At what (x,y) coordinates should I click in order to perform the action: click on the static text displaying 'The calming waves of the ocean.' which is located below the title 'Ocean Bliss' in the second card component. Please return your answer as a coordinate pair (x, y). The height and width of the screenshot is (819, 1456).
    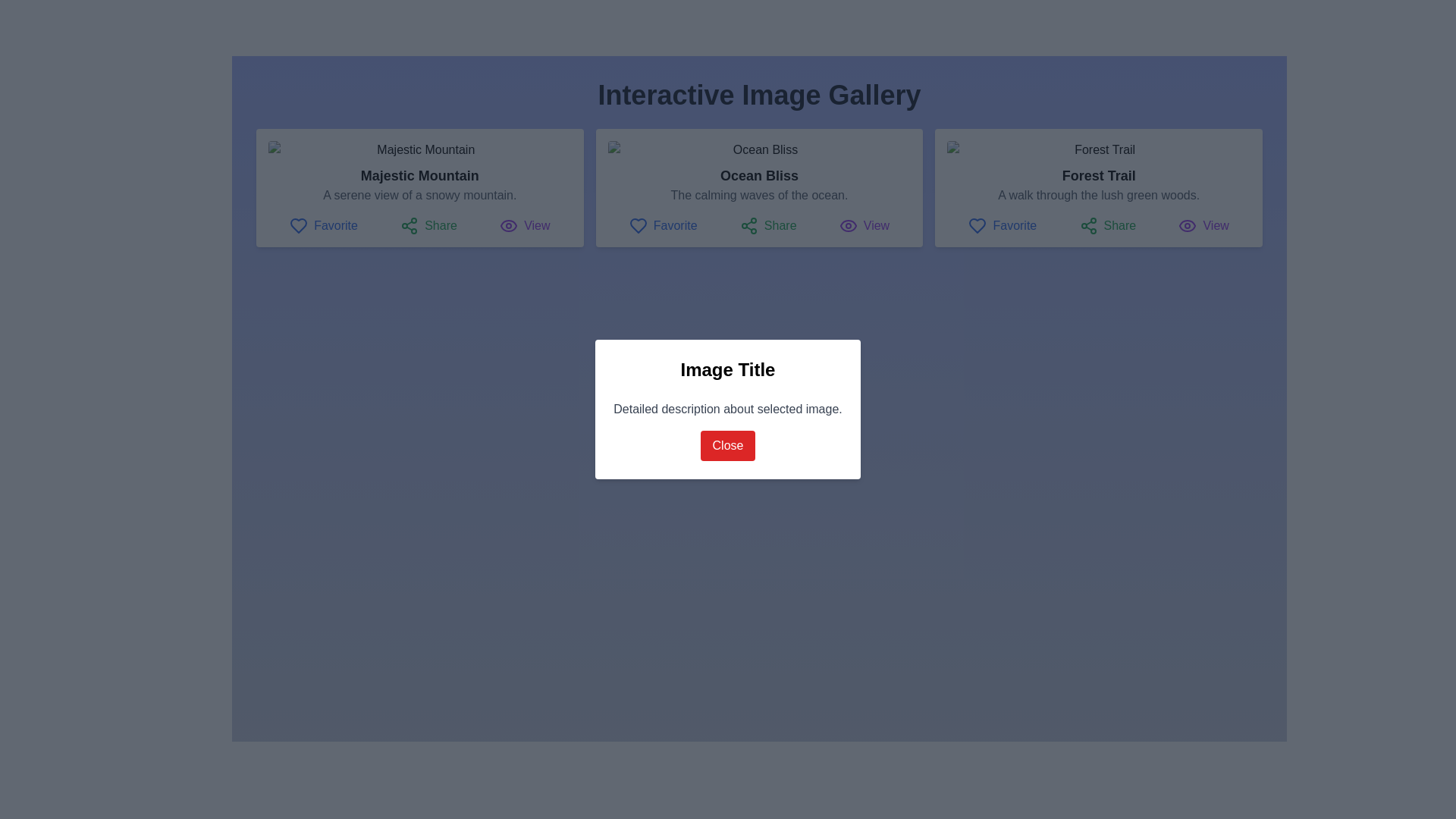
    Looking at the image, I should click on (759, 195).